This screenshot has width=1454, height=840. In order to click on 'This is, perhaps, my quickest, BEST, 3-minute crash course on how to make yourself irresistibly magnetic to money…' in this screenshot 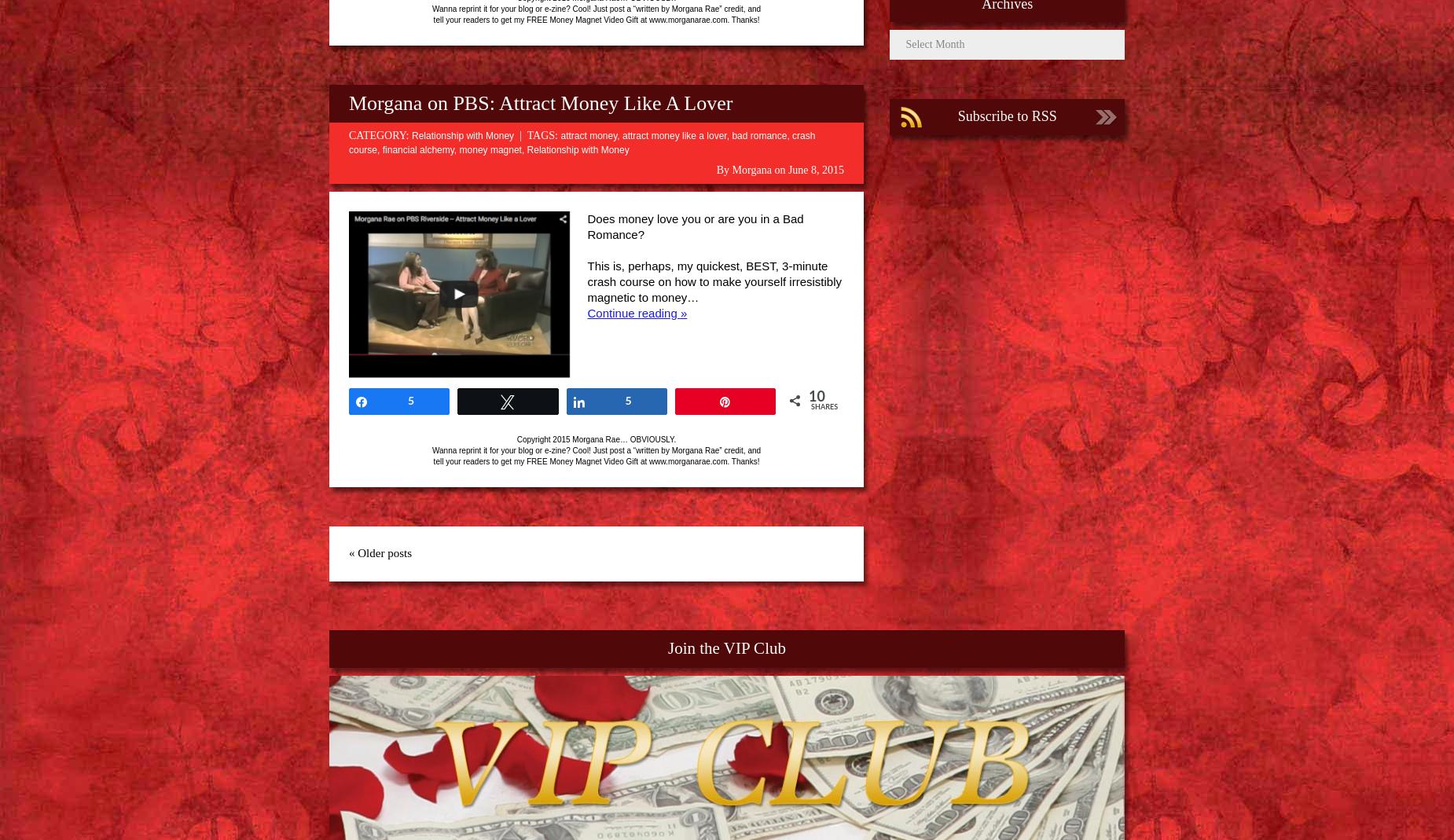, I will do `click(714, 281)`.